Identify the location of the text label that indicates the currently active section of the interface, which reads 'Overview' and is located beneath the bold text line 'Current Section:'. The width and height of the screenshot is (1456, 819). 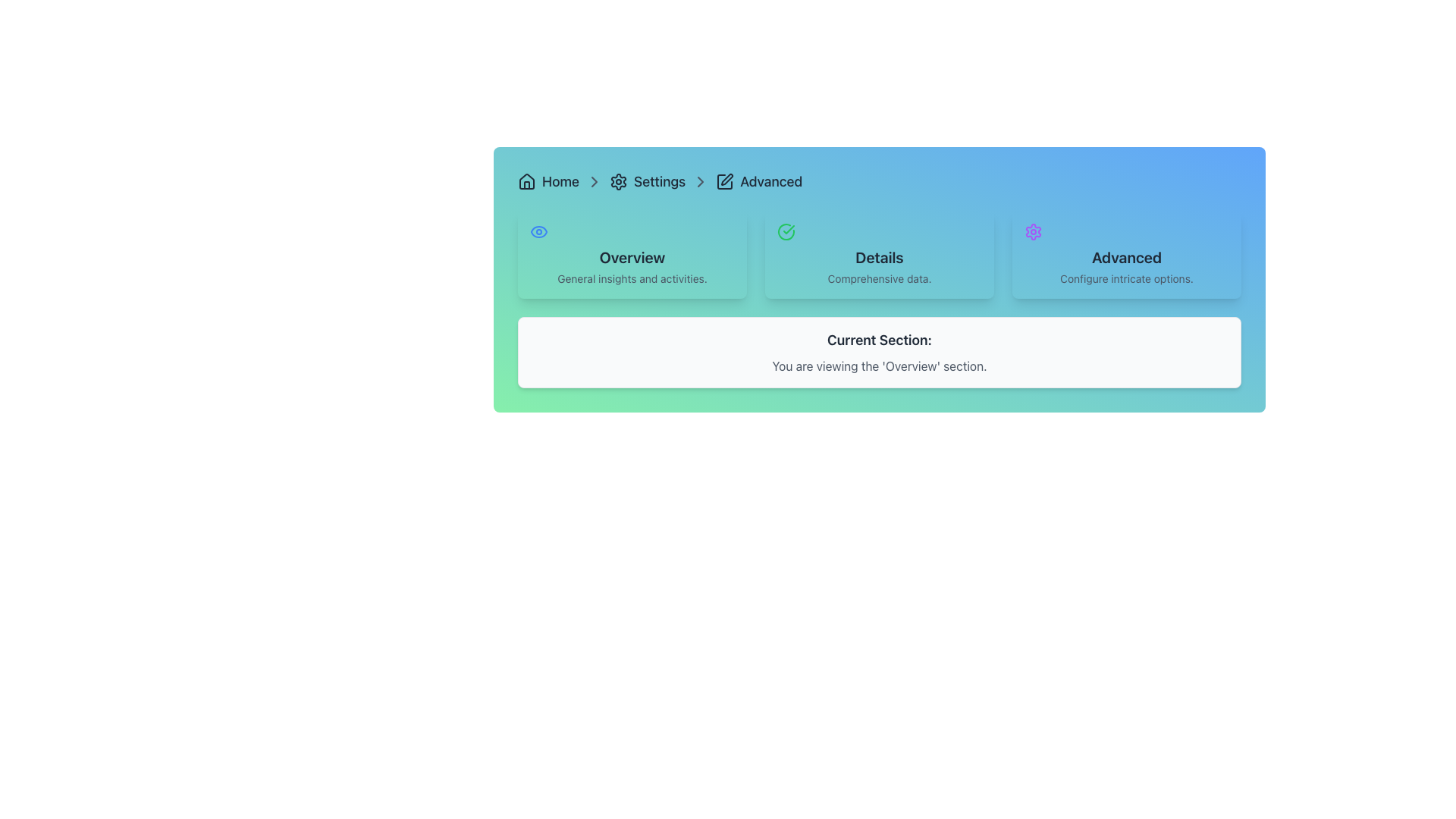
(880, 366).